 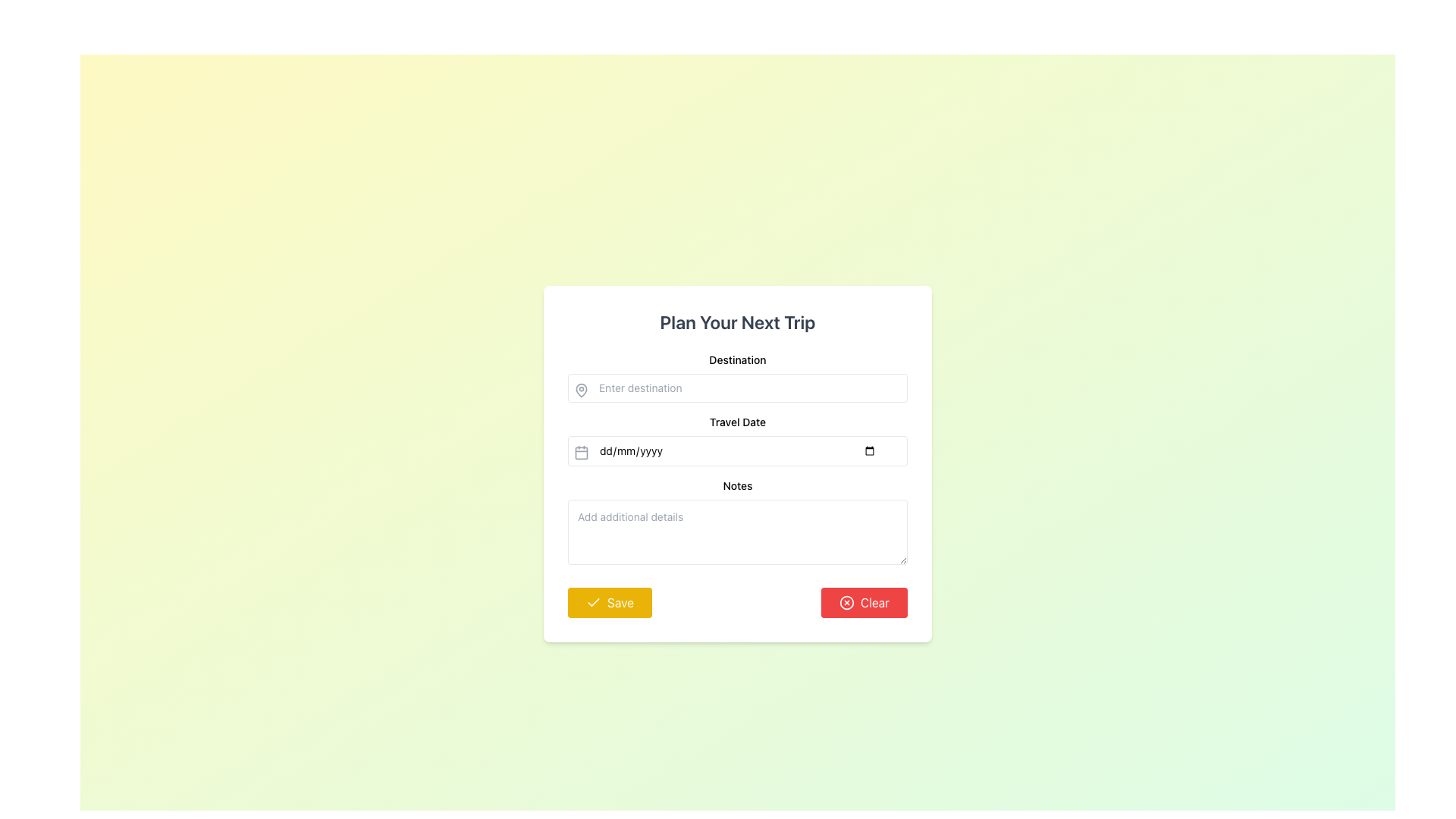 What do you see at coordinates (738, 359) in the screenshot?
I see `the 'Destination' text label which is styled in a small font and positioned above the 'Enter destination' input field, located near the top of the central form` at bounding box center [738, 359].